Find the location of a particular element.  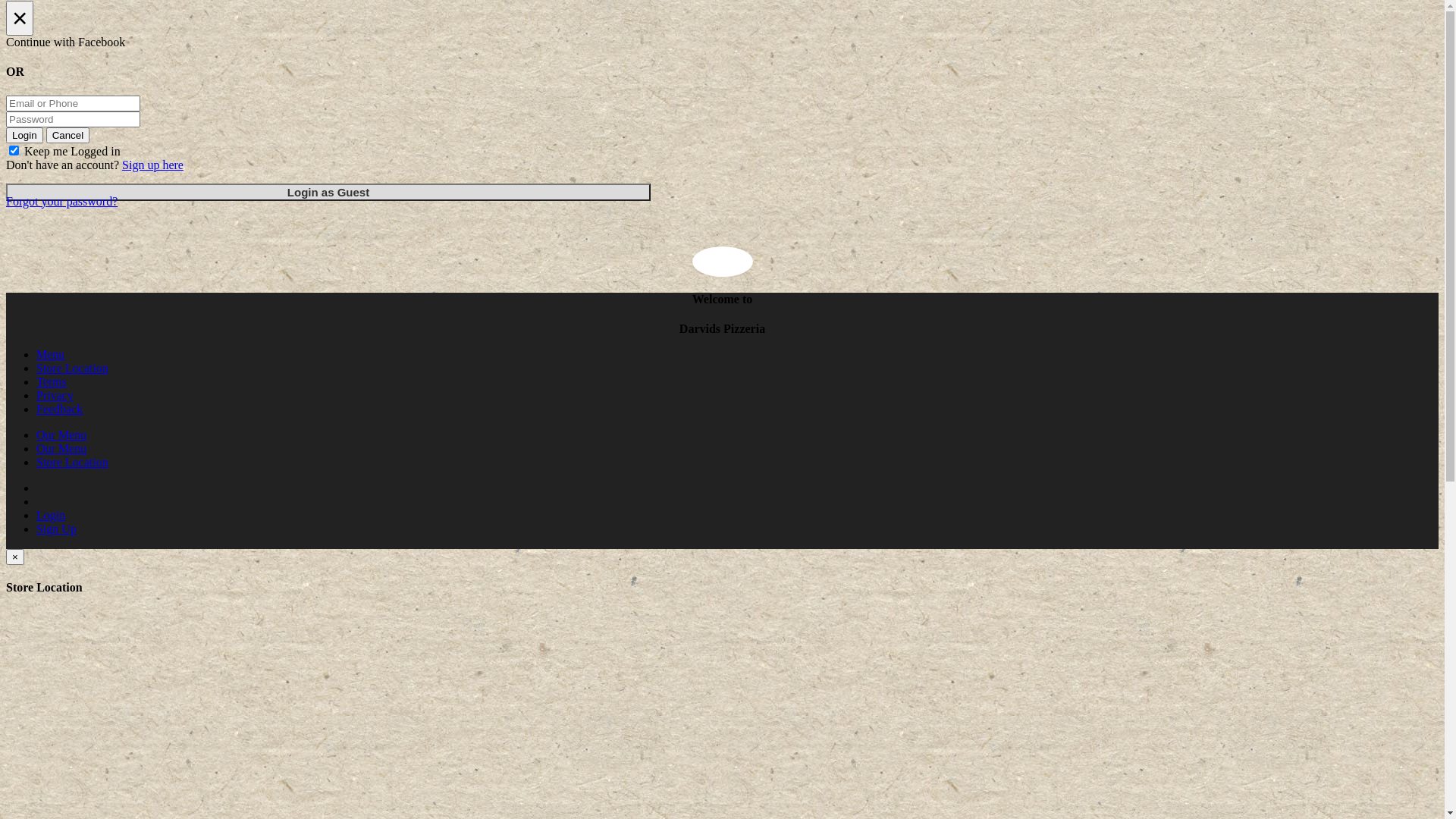

'Store Location' is located at coordinates (71, 368).